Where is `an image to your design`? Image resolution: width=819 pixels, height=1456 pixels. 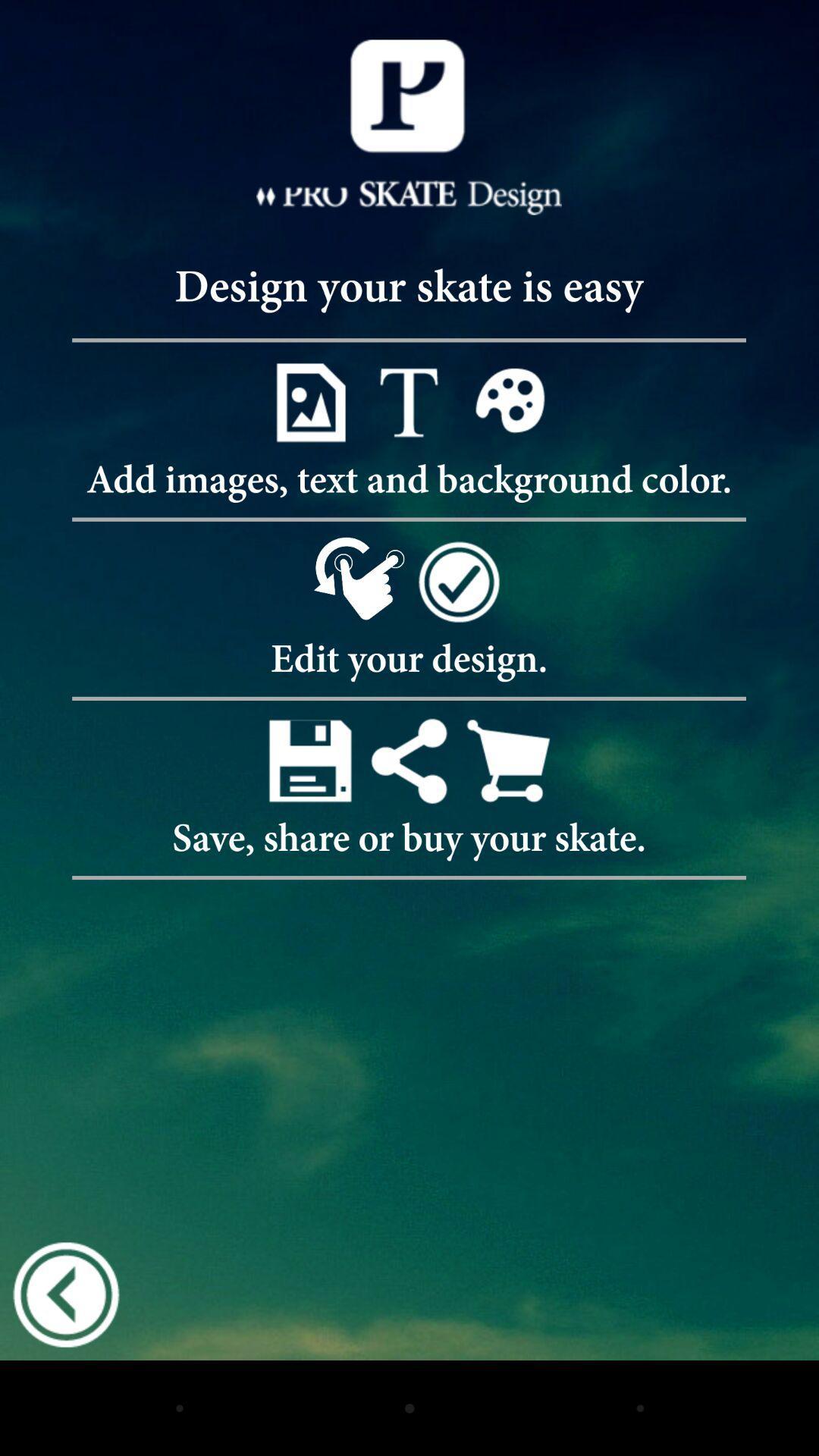 an image to your design is located at coordinates (309, 402).